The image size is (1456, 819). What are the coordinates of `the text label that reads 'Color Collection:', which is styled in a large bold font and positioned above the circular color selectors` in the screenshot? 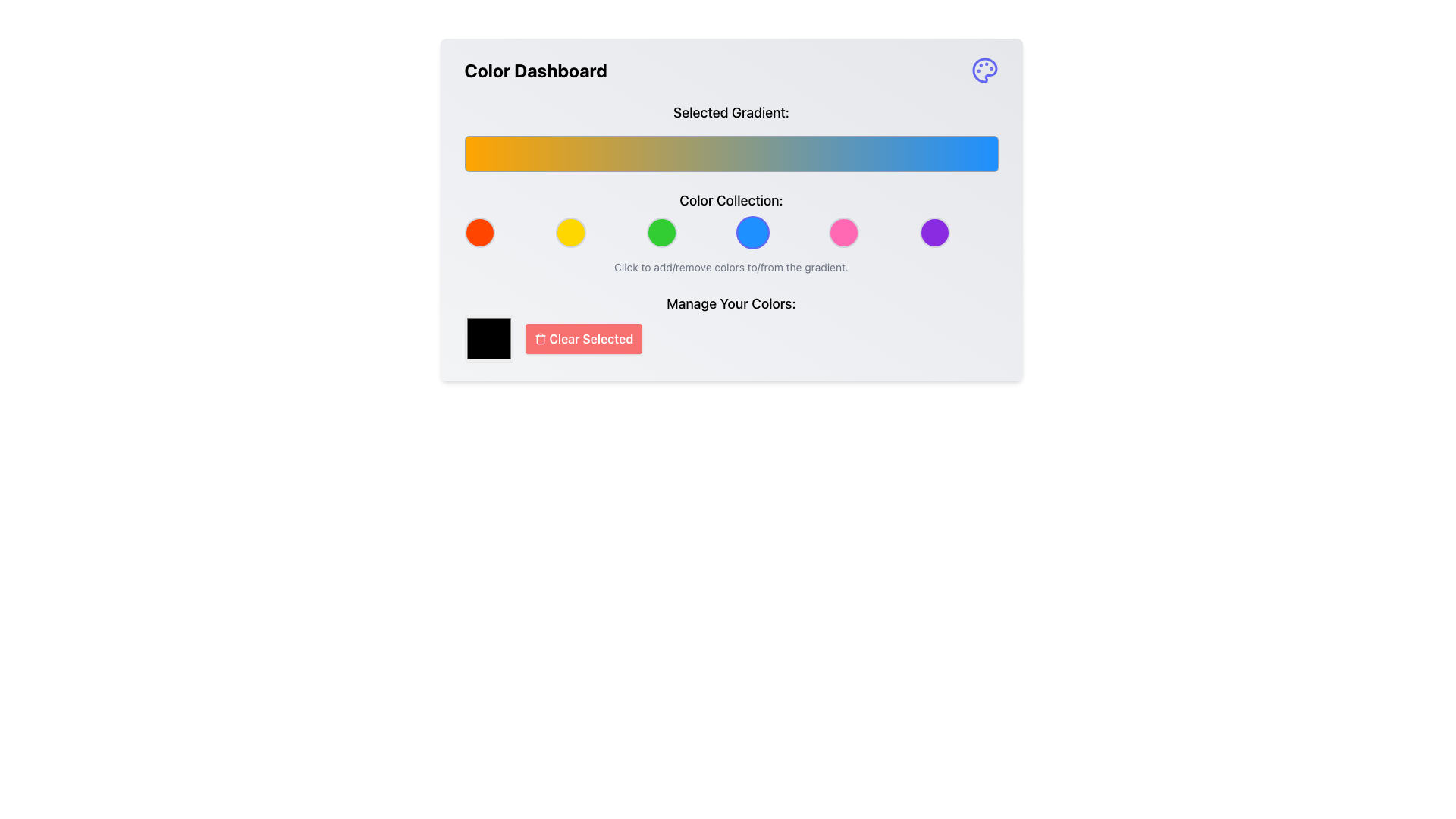 It's located at (731, 200).